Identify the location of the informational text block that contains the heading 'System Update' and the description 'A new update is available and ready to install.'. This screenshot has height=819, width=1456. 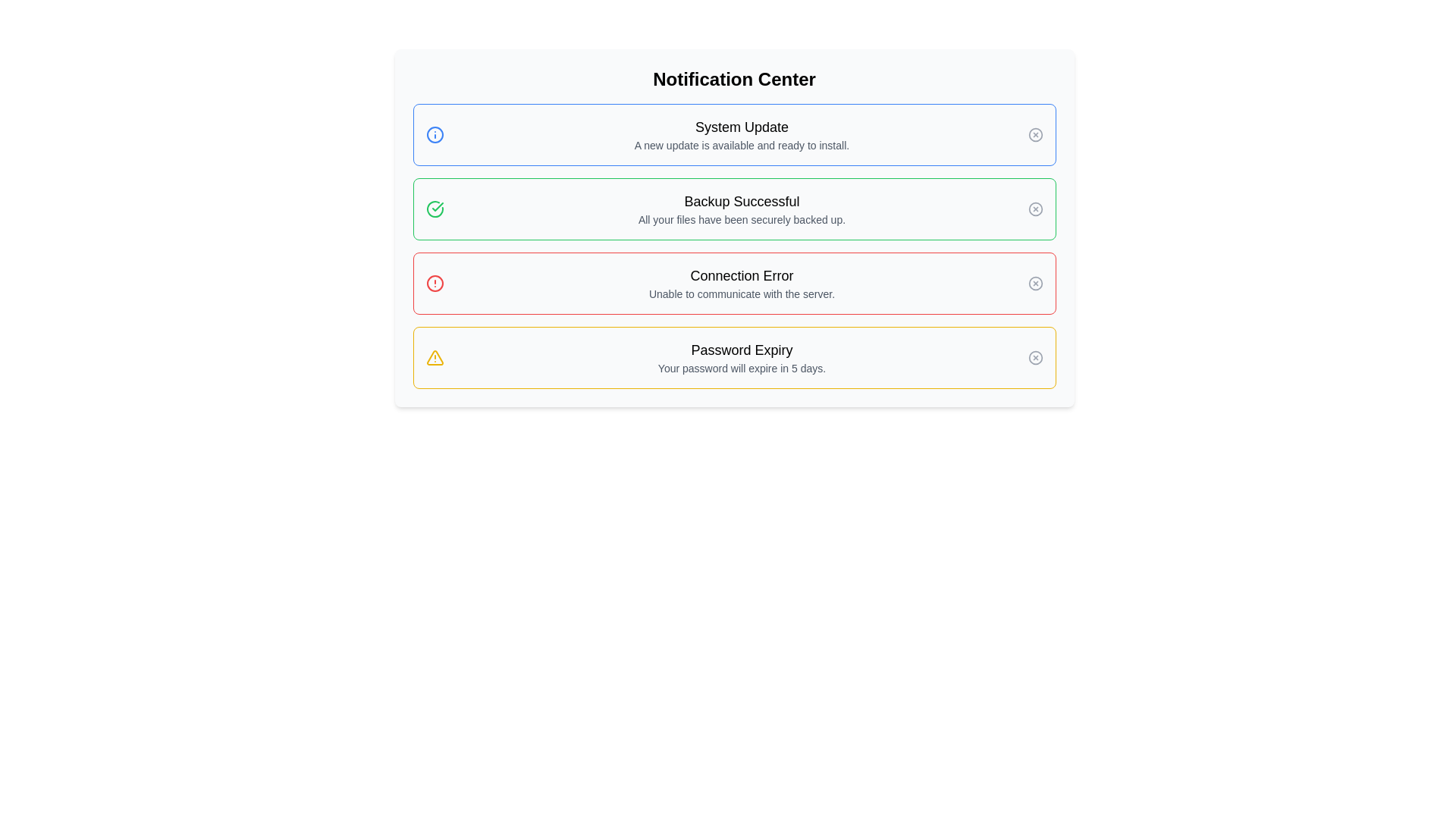
(742, 133).